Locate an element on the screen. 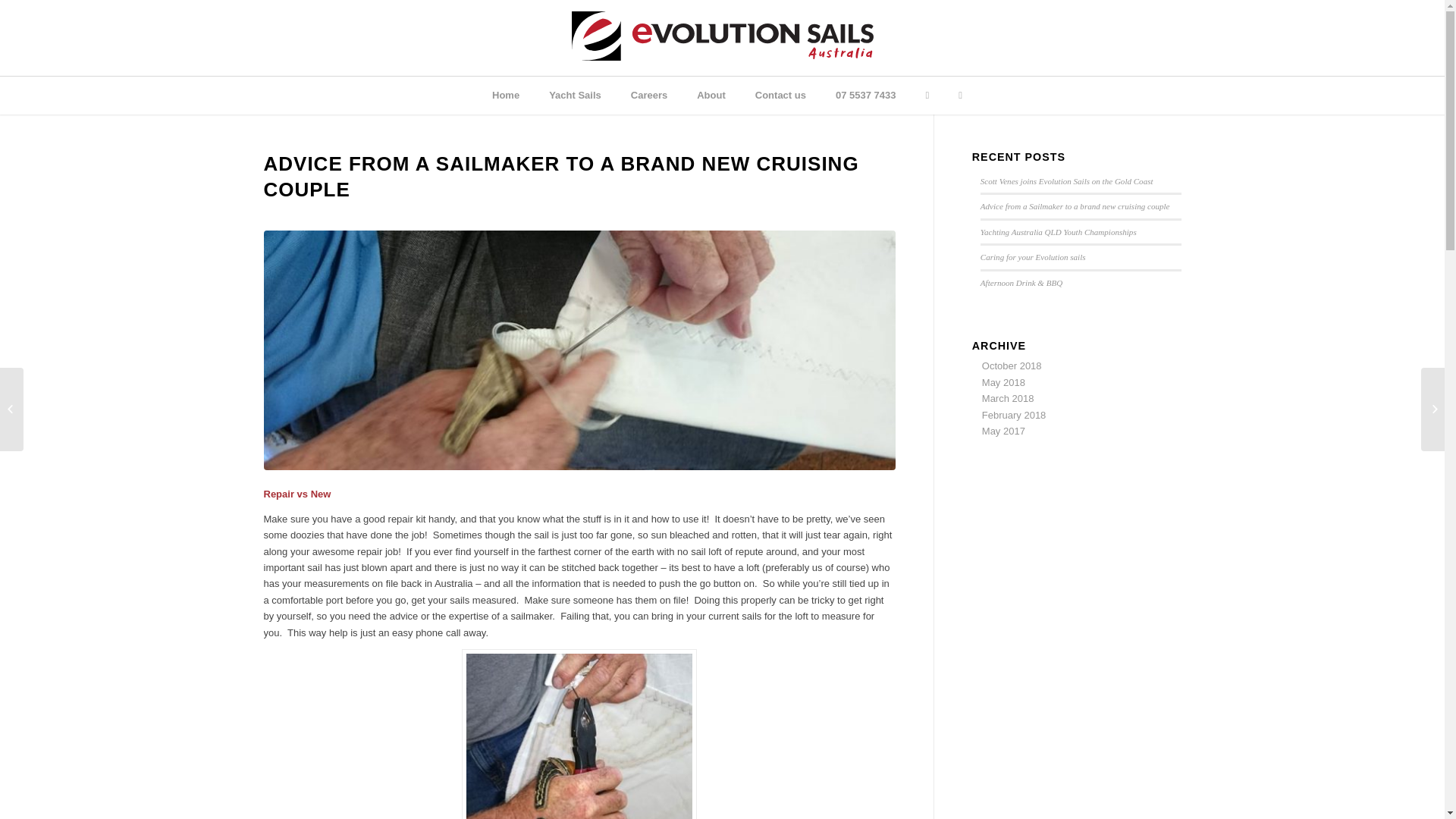 The image size is (1456, 819). 'May 2017' is located at coordinates (1003, 431).